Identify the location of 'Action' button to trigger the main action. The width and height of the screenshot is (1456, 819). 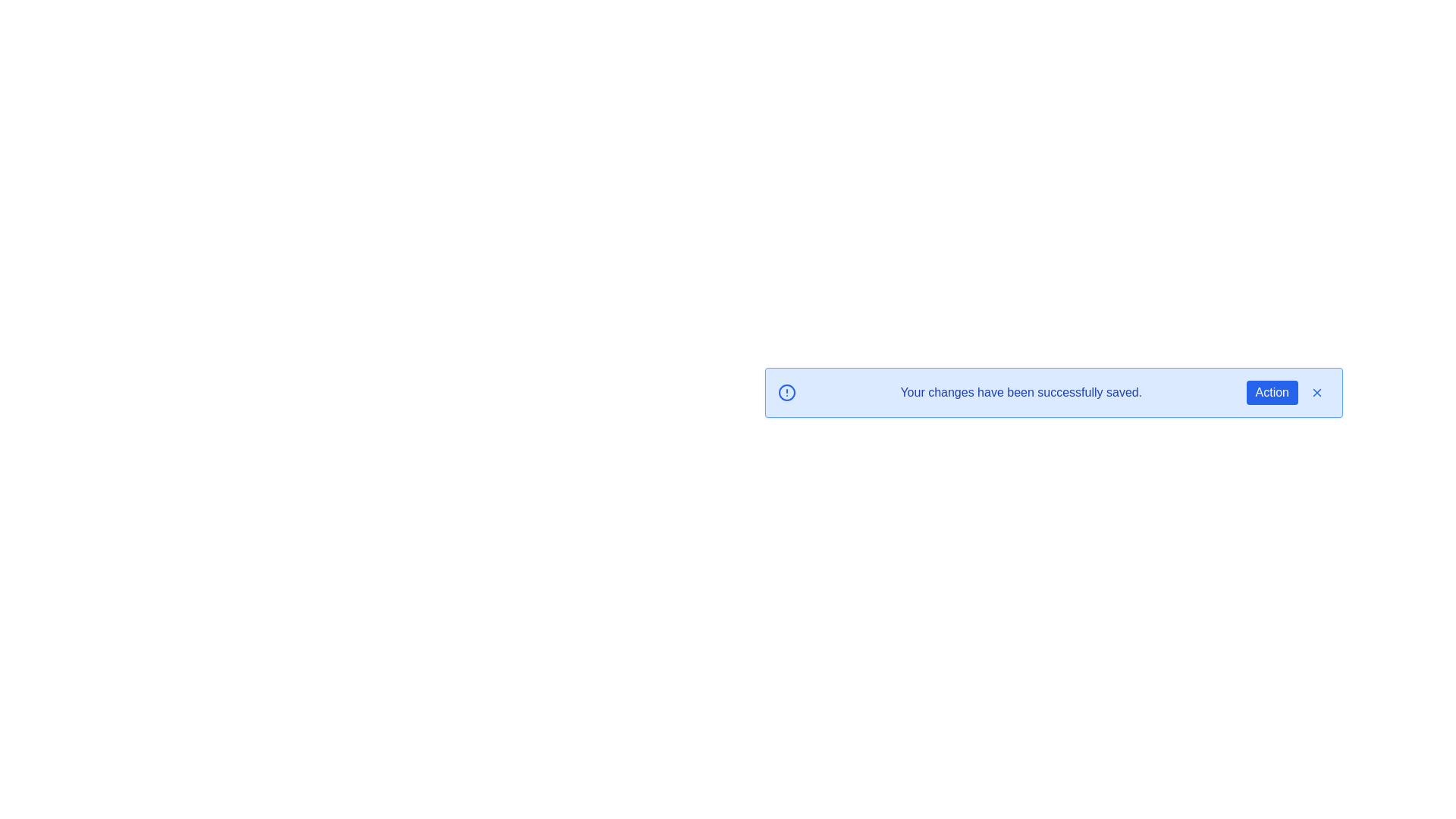
(1272, 391).